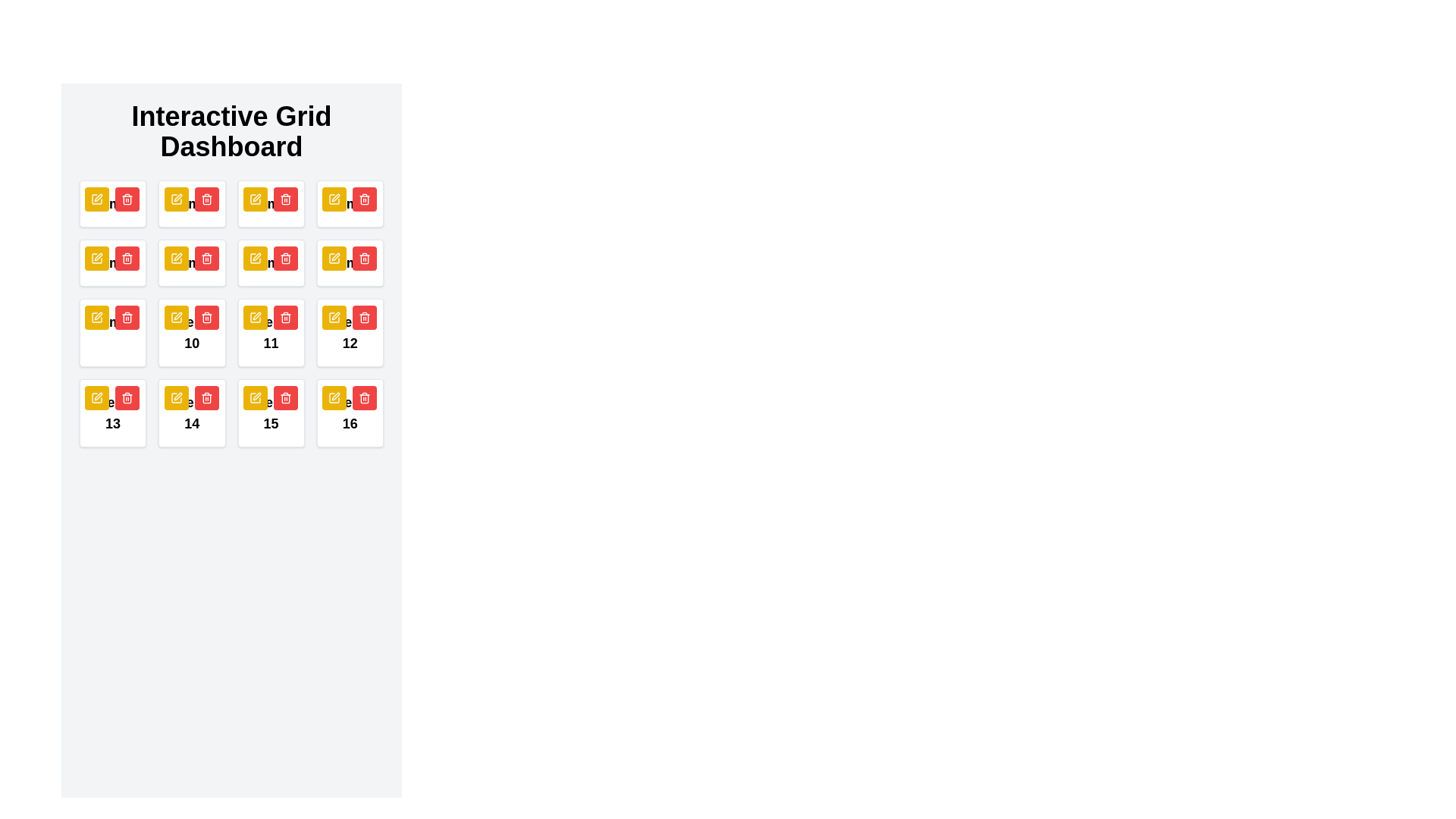  I want to click on the yellow button with rounded corners and a white border, located in the top-right corner of the card labeled '9', so click(176, 257).